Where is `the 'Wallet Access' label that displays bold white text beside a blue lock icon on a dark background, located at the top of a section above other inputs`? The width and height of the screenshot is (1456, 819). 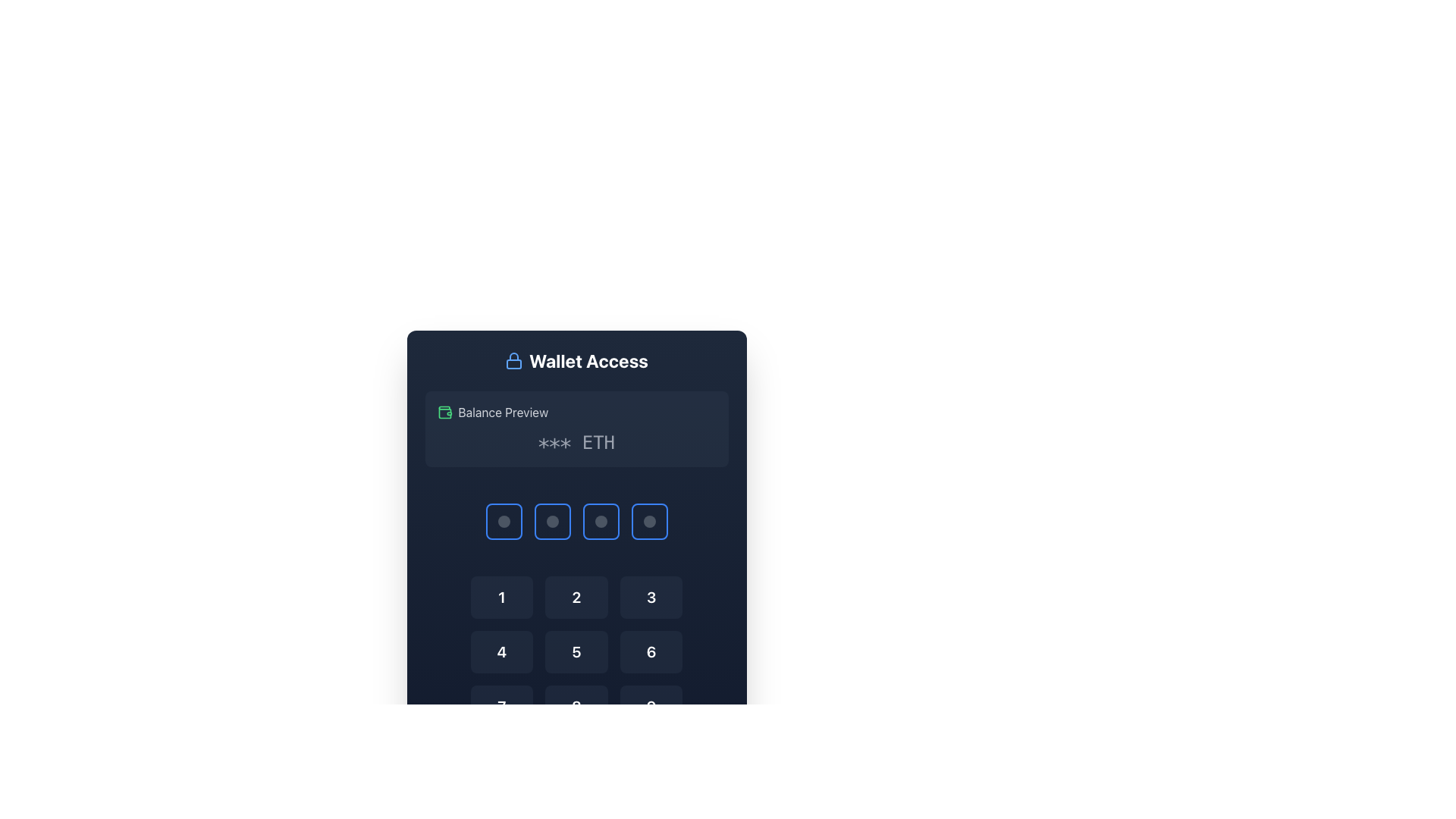
the 'Wallet Access' label that displays bold white text beside a blue lock icon on a dark background, located at the top of a section above other inputs is located at coordinates (576, 360).